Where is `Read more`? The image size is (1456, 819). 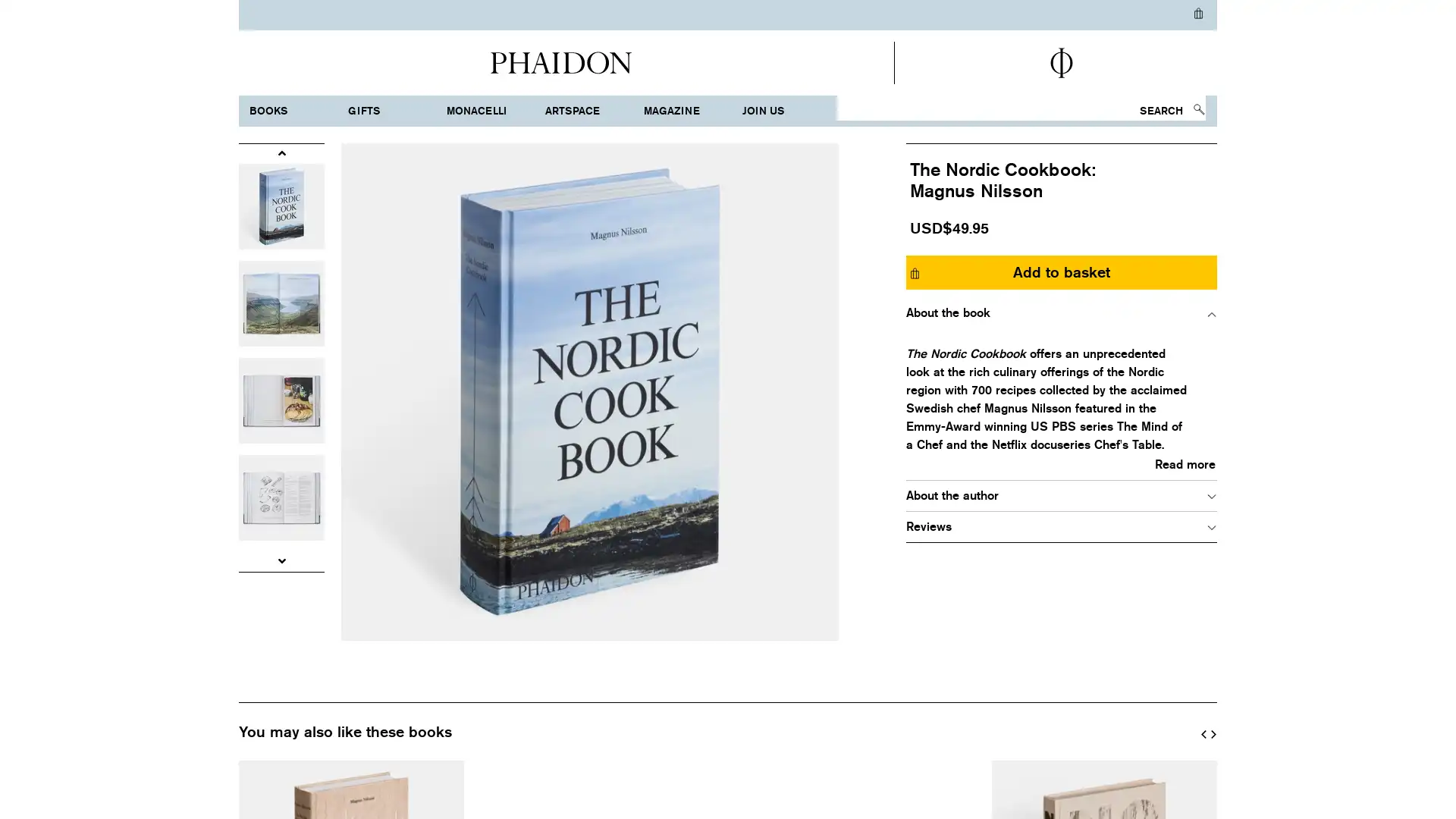
Read more is located at coordinates (1061, 463).